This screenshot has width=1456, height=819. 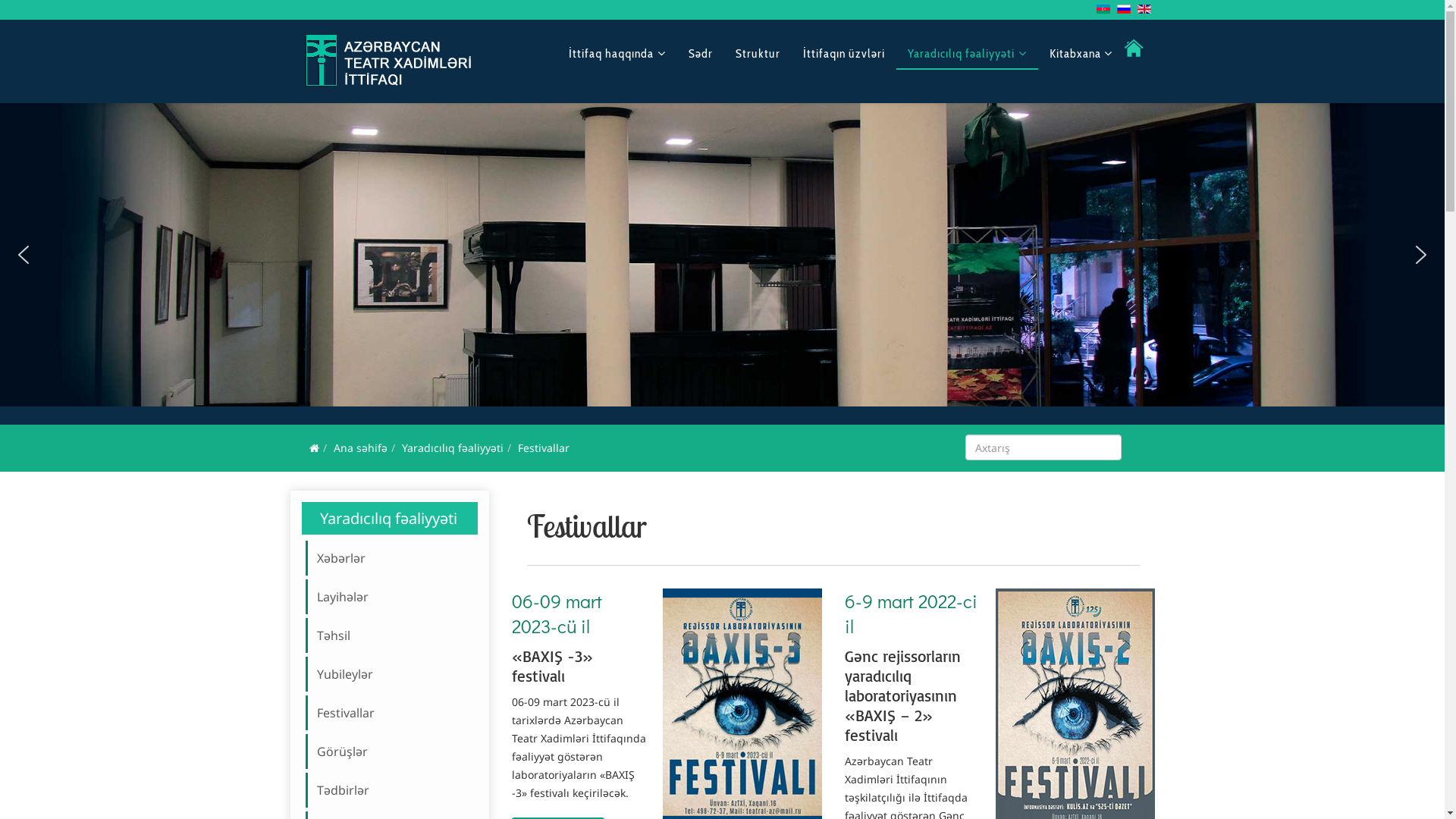 What do you see at coordinates (1079, 52) in the screenshot?
I see `'Kitabxana'` at bounding box center [1079, 52].